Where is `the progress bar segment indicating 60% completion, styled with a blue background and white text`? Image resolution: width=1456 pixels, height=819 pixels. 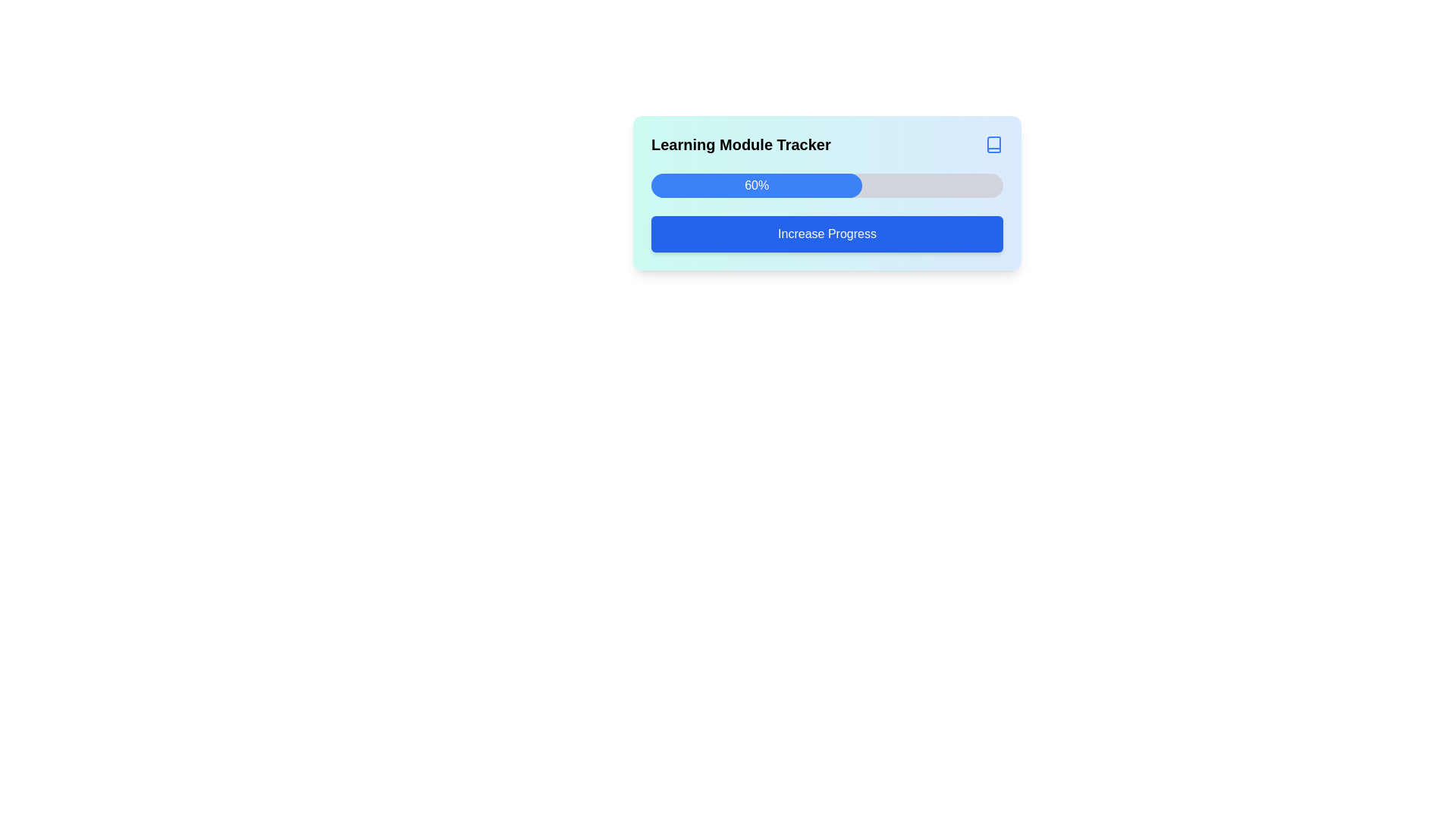 the progress bar segment indicating 60% completion, styled with a blue background and white text is located at coordinates (757, 185).